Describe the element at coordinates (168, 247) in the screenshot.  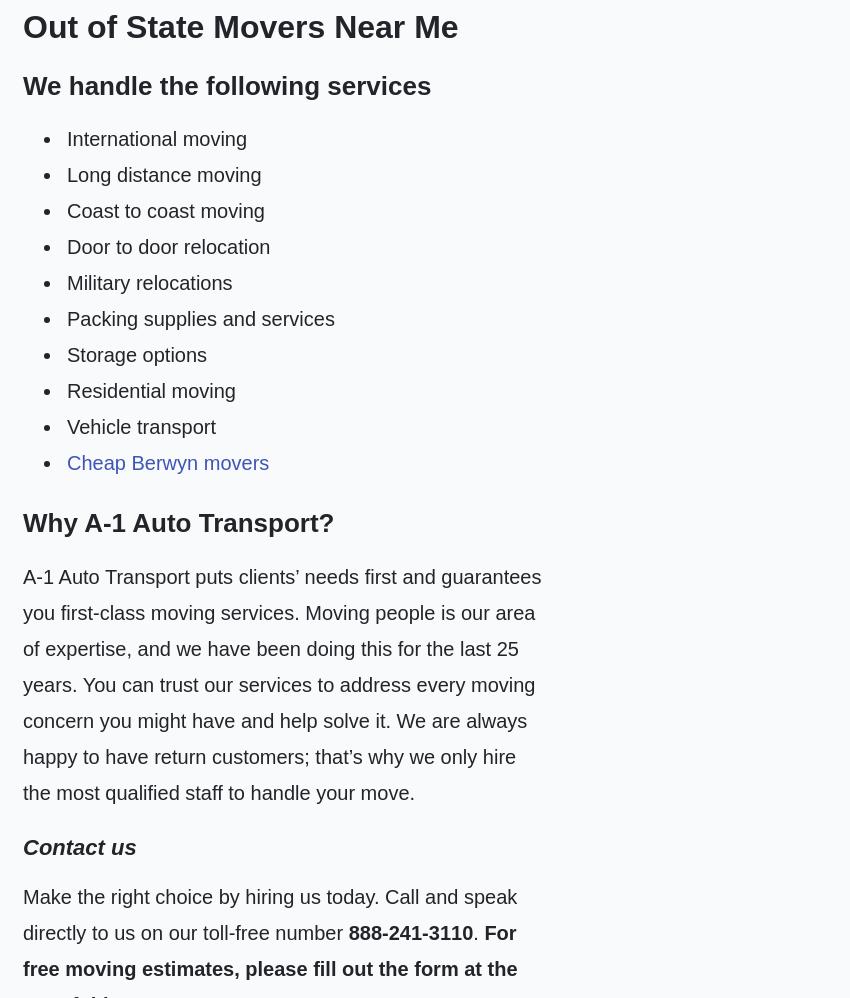
I see `'Door to door relocation'` at that location.